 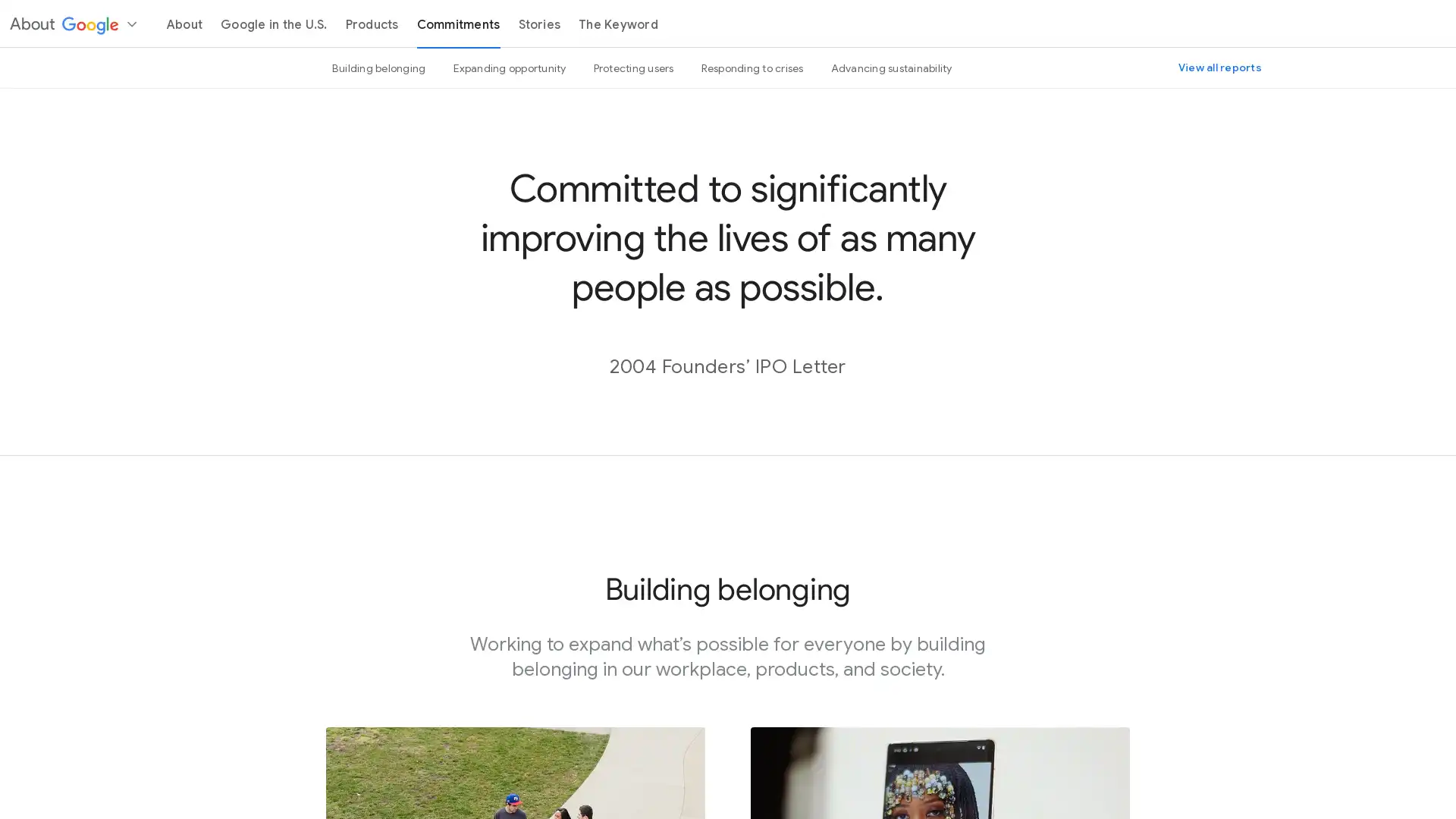 What do you see at coordinates (752, 67) in the screenshot?
I see `Responding to crises` at bounding box center [752, 67].